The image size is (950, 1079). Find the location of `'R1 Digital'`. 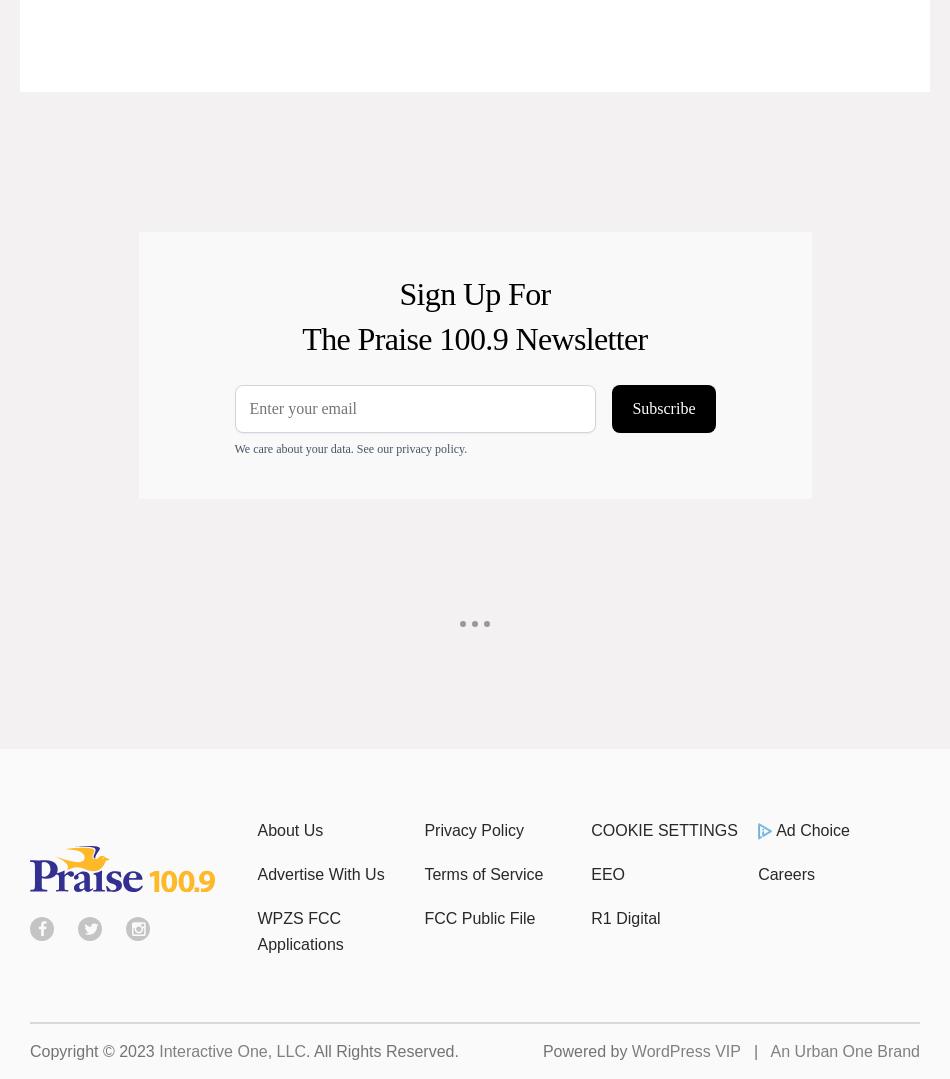

'R1 Digital' is located at coordinates (625, 918).